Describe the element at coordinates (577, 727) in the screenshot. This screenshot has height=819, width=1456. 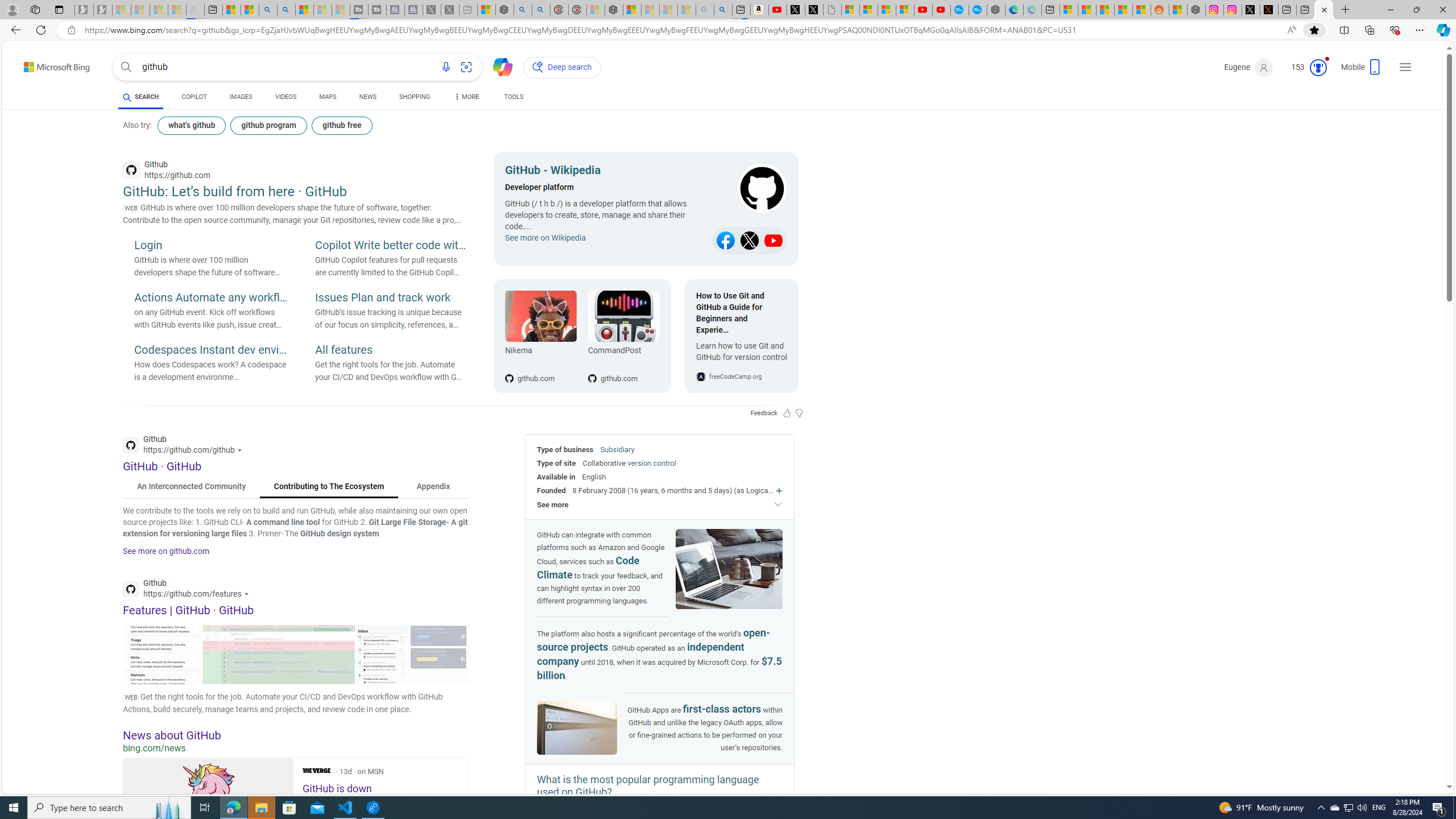
I see `'Image of GitHub'` at that location.